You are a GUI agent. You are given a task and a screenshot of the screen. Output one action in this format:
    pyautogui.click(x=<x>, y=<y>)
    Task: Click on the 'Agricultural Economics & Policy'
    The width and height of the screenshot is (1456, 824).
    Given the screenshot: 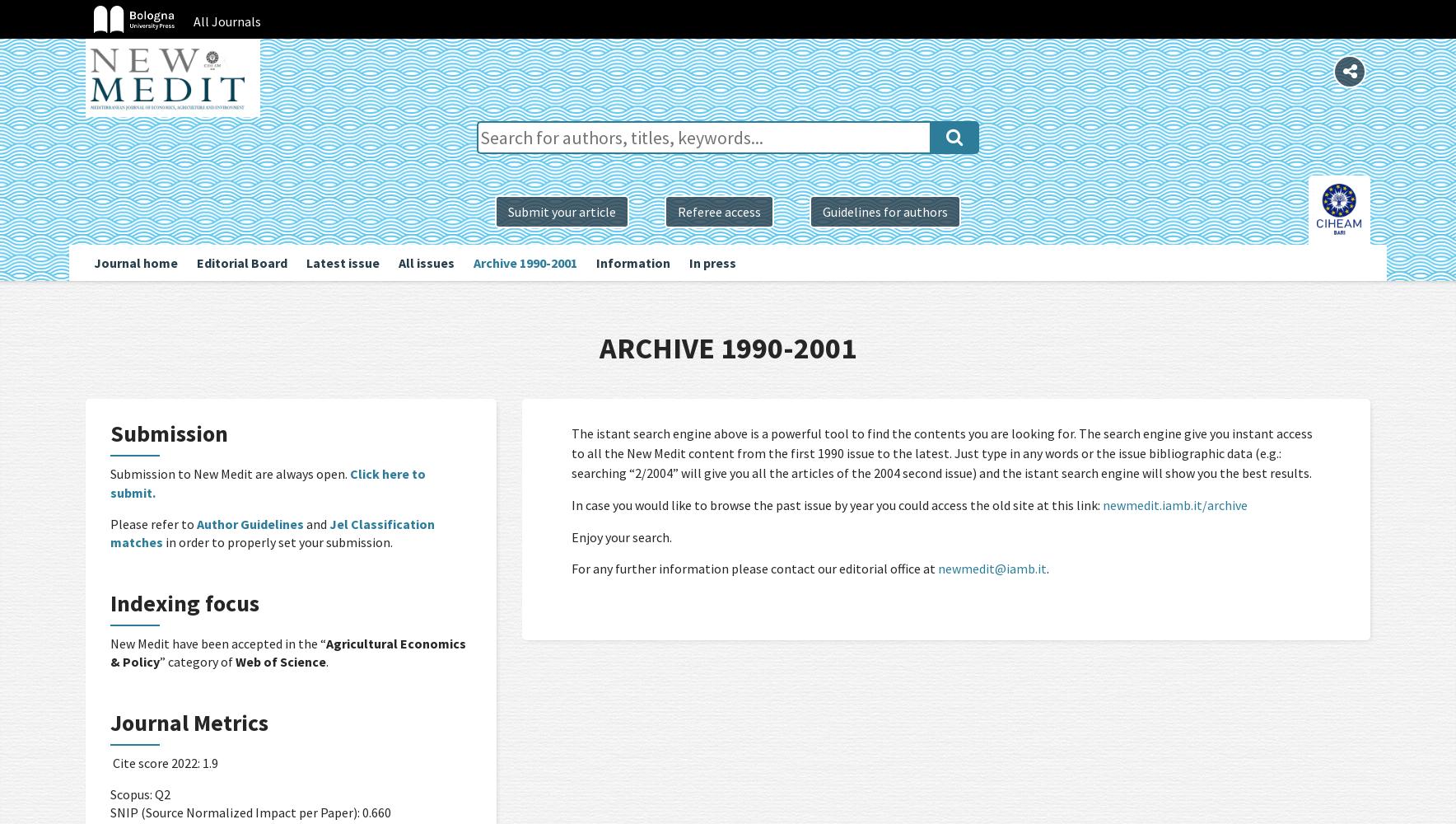 What is the action you would take?
    pyautogui.click(x=288, y=652)
    